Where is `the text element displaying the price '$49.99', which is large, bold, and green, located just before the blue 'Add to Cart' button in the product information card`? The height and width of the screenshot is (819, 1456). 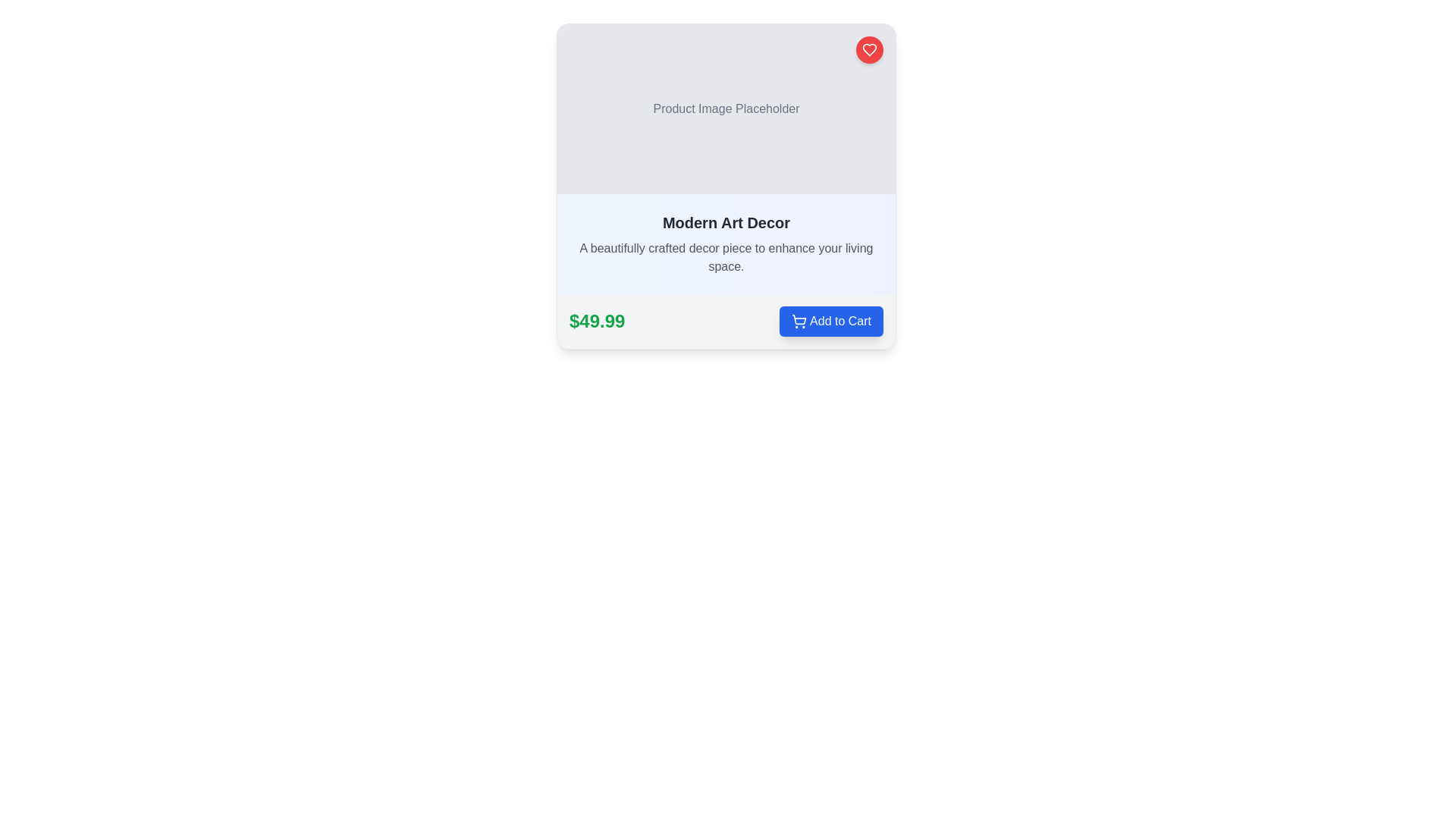 the text element displaying the price '$49.99', which is large, bold, and green, located just before the blue 'Add to Cart' button in the product information card is located at coordinates (596, 321).